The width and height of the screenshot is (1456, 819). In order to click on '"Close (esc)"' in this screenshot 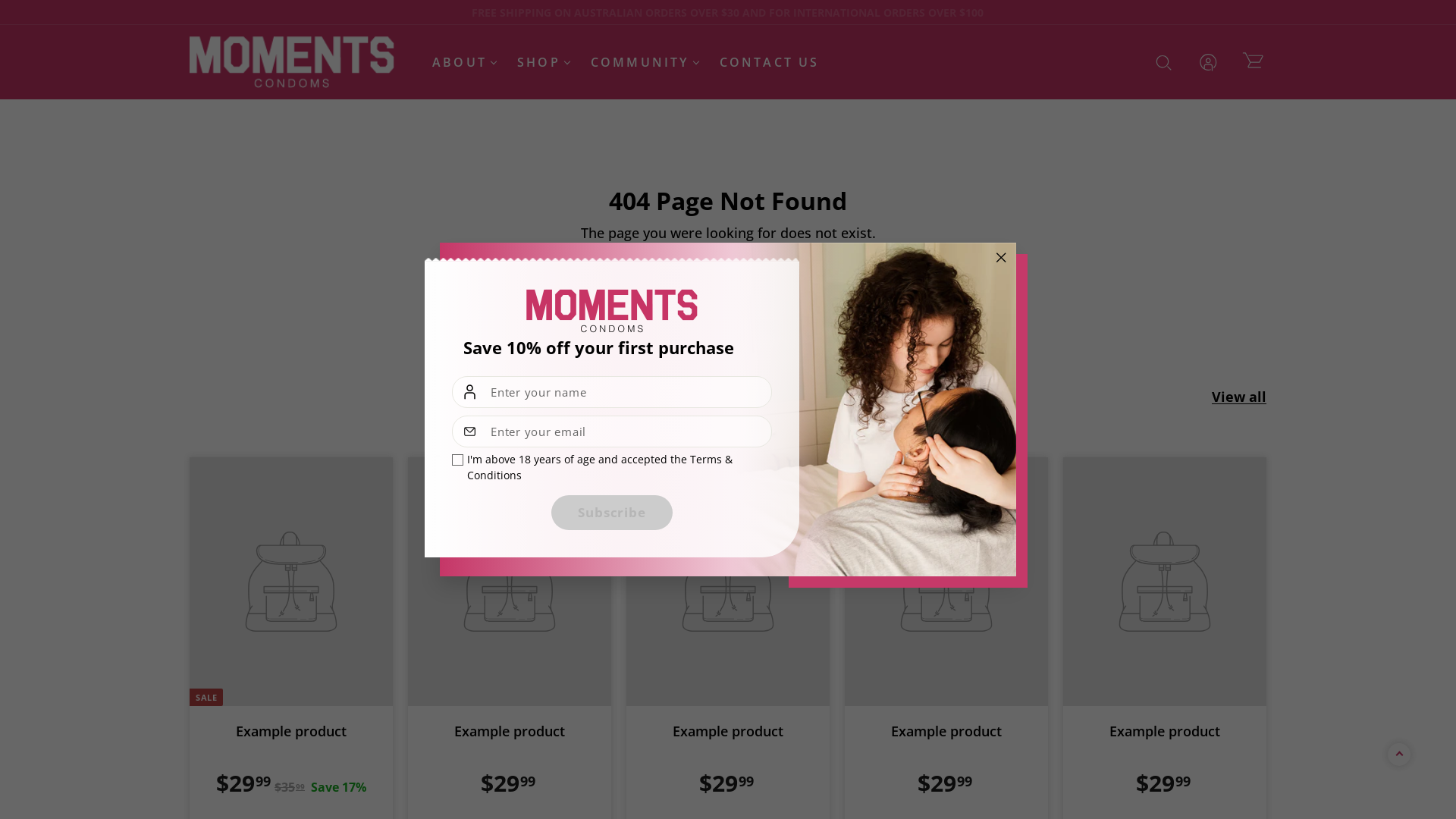, I will do `click(986, 256)`.